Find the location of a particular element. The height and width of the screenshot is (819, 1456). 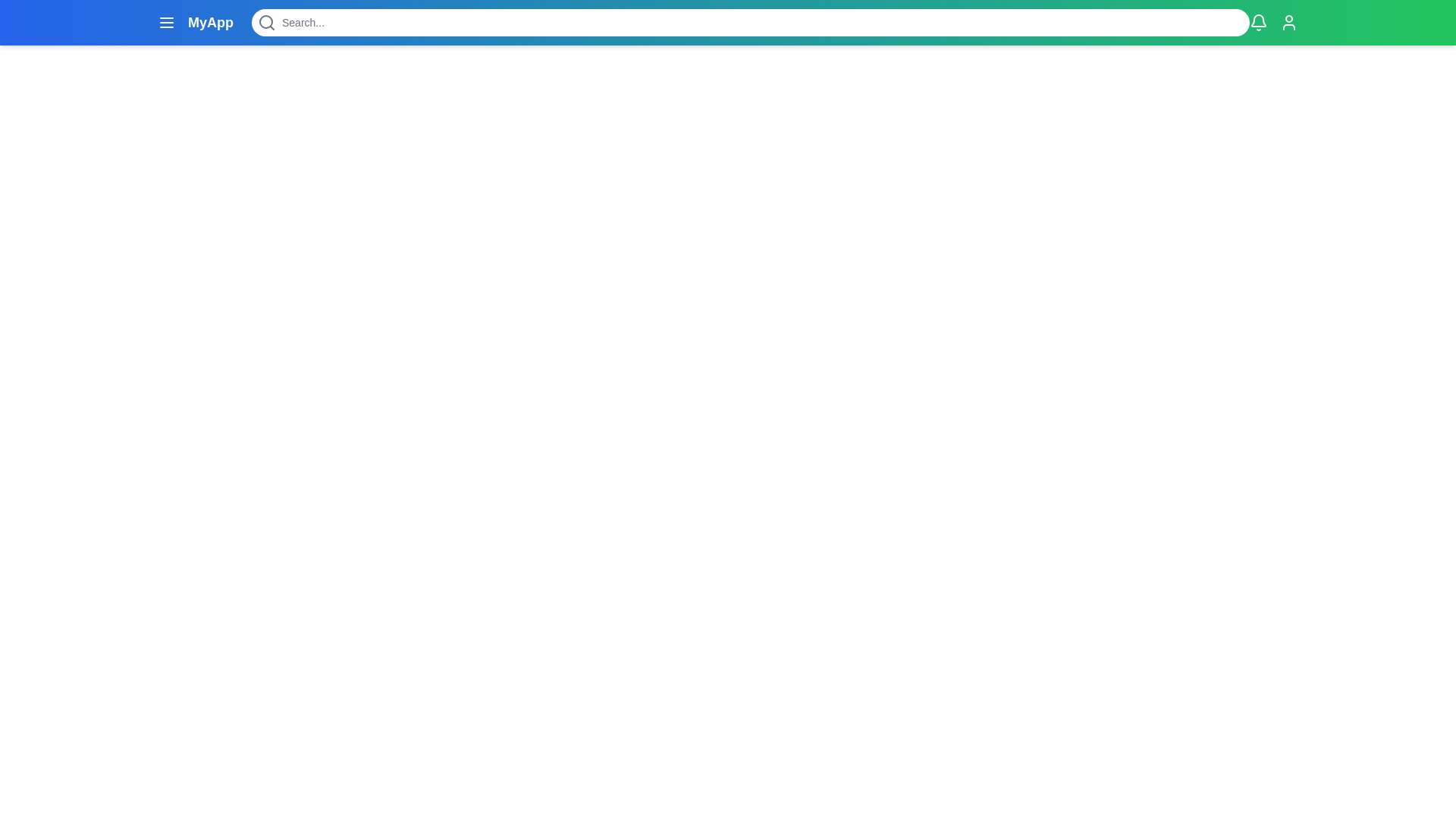

the notification bell icon located at the top right of the interface, which is styled with a neutral outline and represents alerts is located at coordinates (1259, 20).